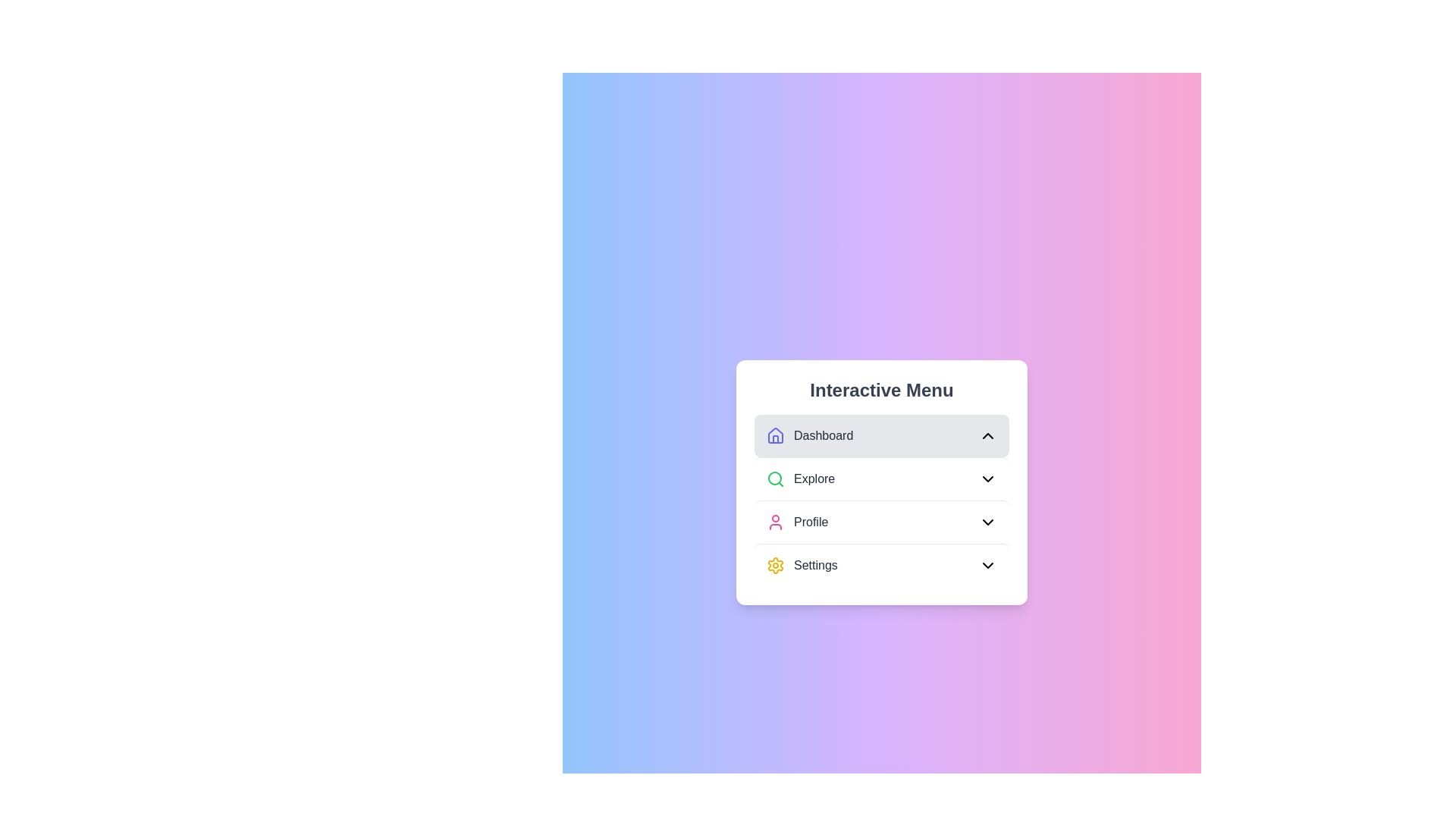 The width and height of the screenshot is (1456, 819). Describe the element at coordinates (881, 564) in the screenshot. I see `the menu item Settings to preview its interaction` at that location.